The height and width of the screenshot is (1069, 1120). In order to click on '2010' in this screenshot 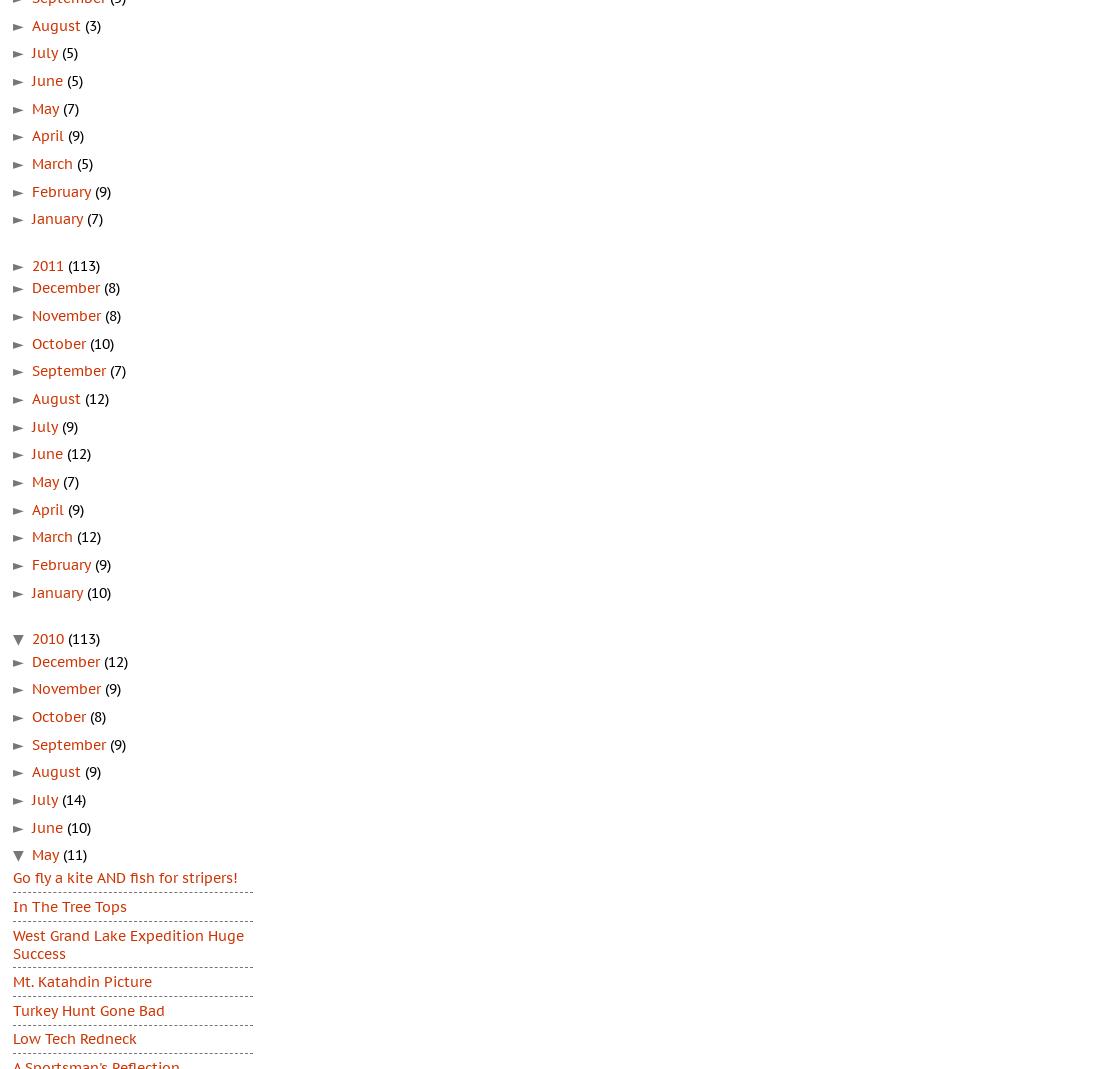, I will do `click(49, 637)`.